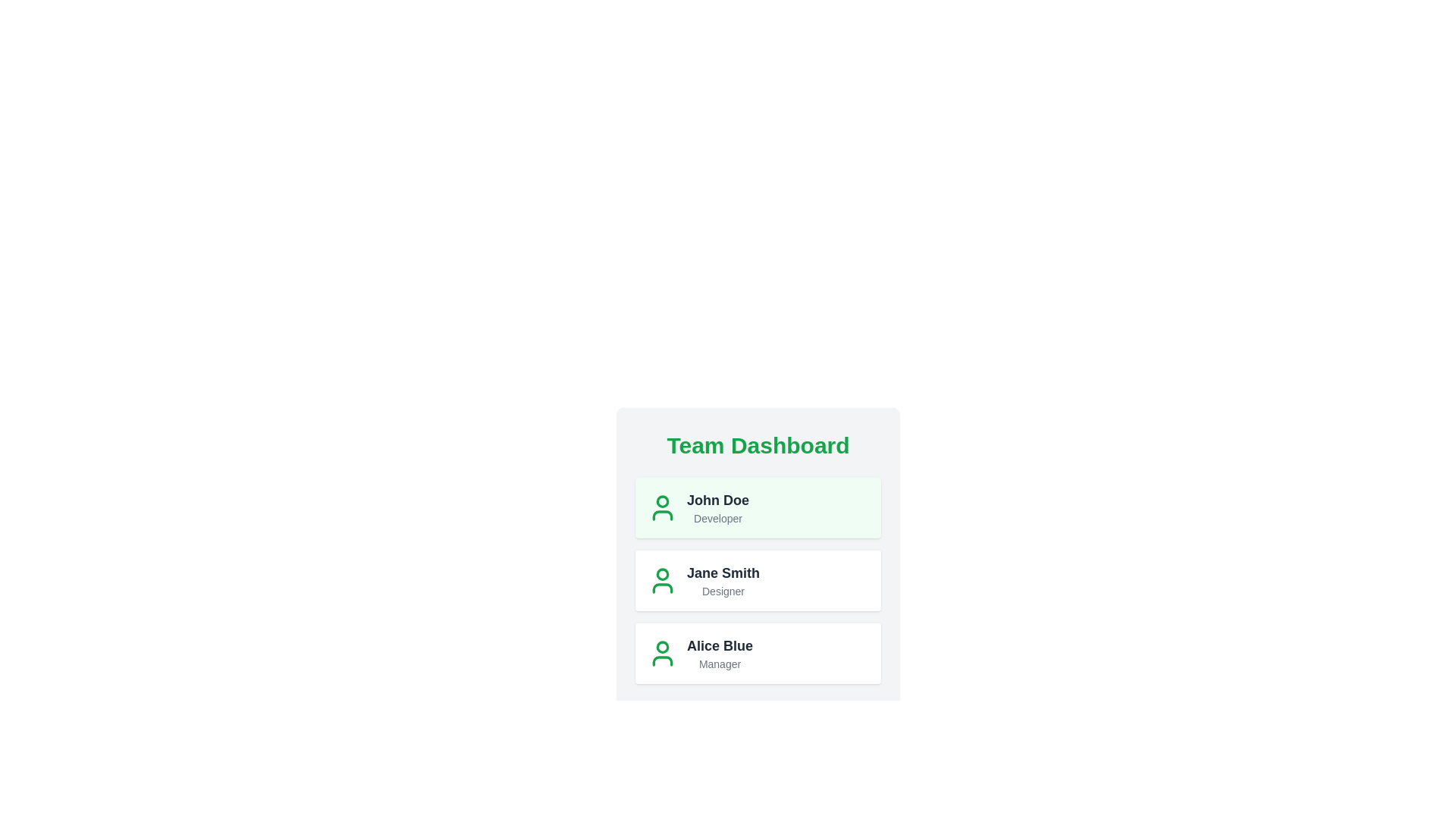  What do you see at coordinates (662, 646) in the screenshot?
I see `the circular profile icon with a green stroke representing the user's avatar located at the top section of the 'John Doe' card` at bounding box center [662, 646].